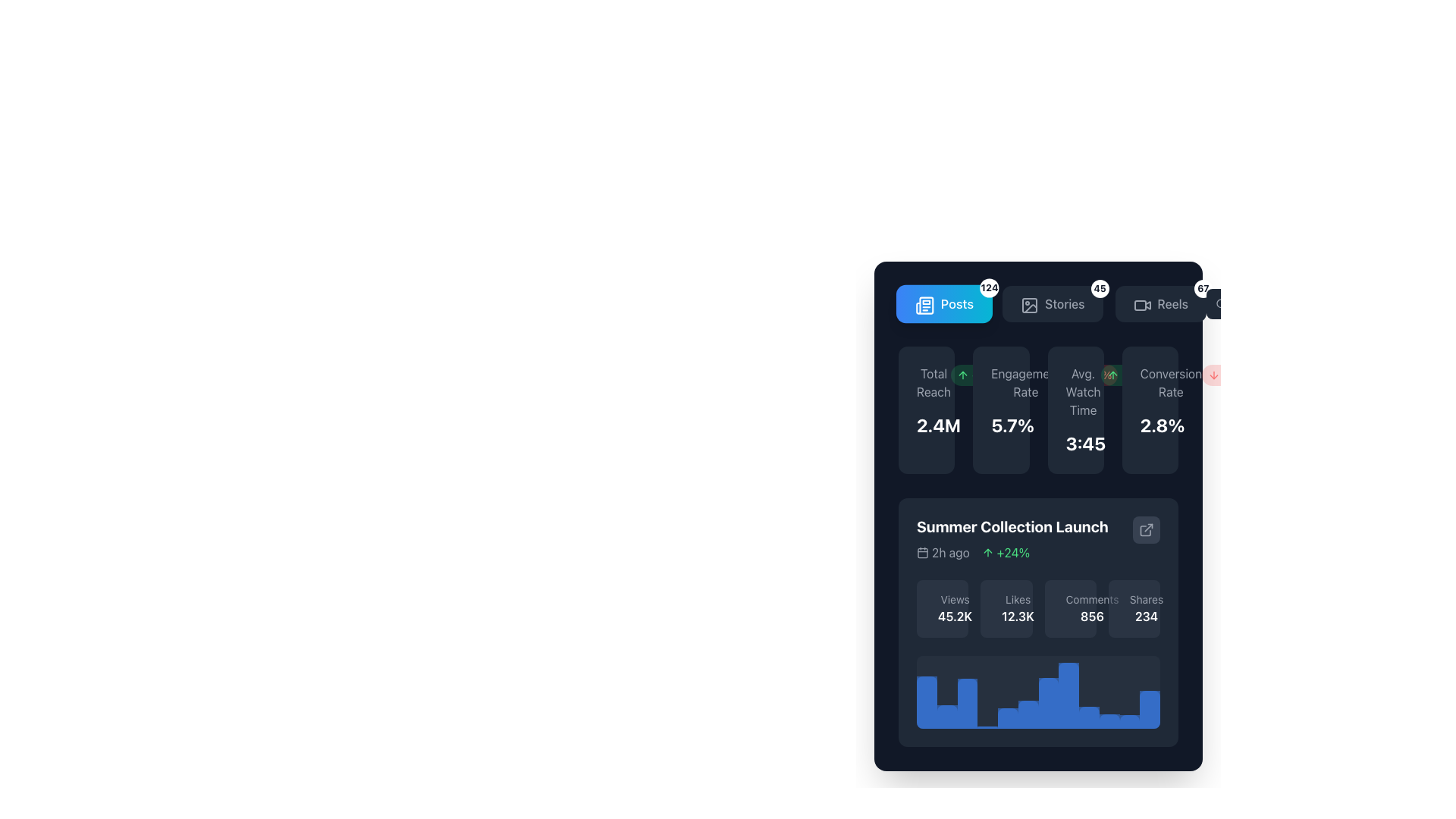 This screenshot has height=819, width=1456. Describe the element at coordinates (1142, 305) in the screenshot. I see `the 'Reels' icon located in the top navigation bar, positioned between the 'Stories' icon and another indicator` at that location.